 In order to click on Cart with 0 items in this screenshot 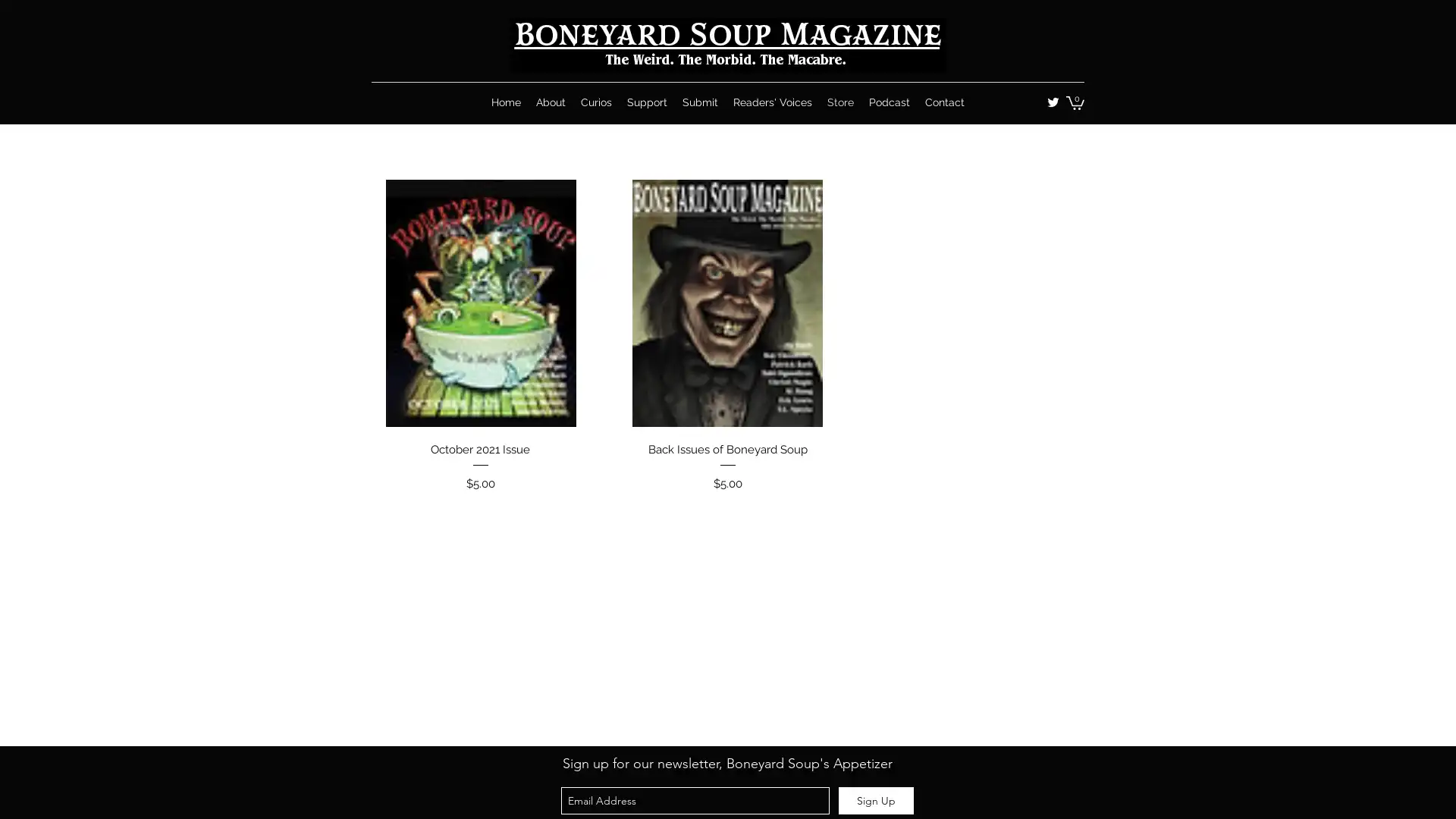, I will do `click(1074, 102)`.